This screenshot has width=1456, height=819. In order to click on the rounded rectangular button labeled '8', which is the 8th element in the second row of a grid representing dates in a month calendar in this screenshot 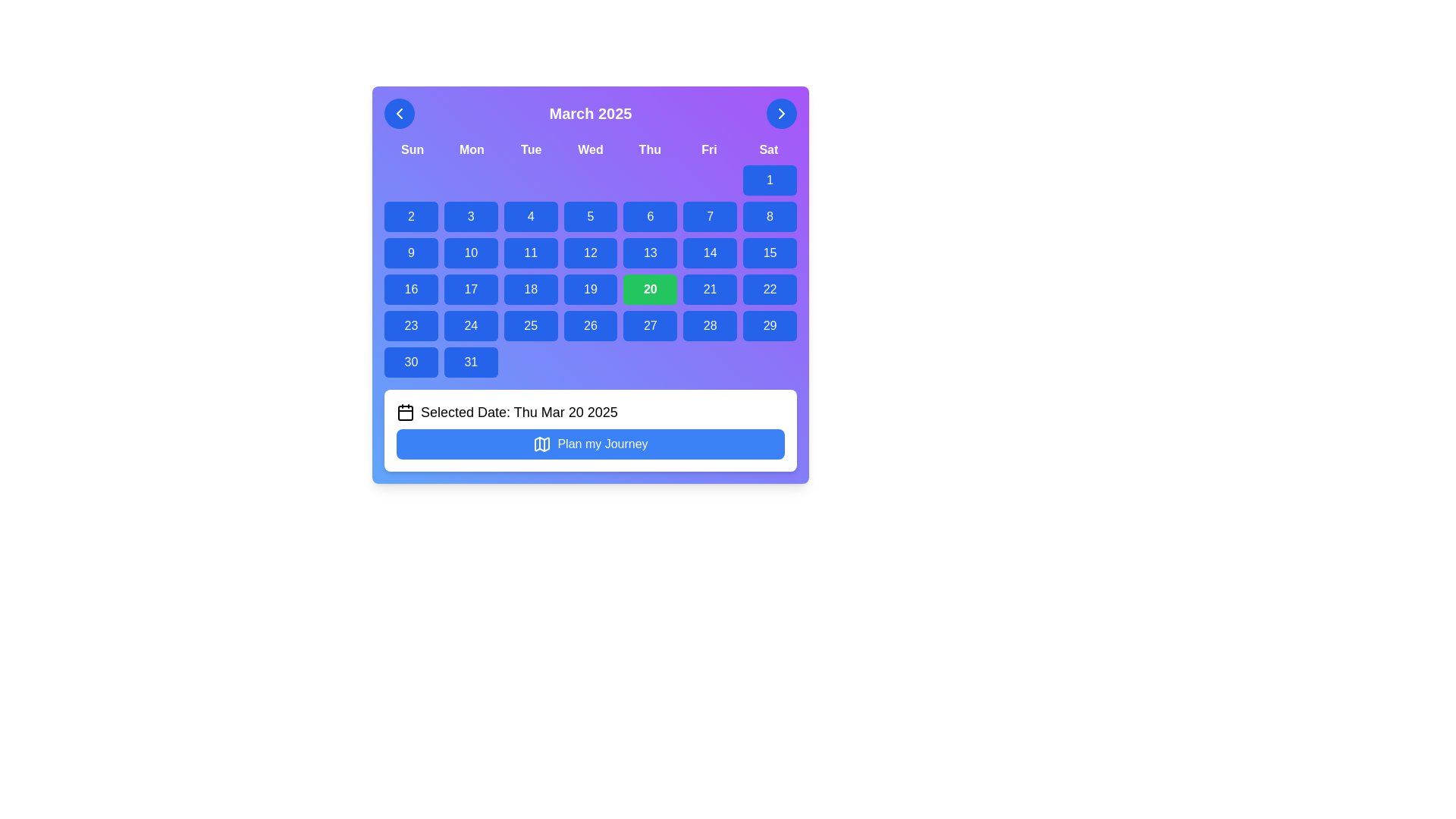, I will do `click(770, 216)`.